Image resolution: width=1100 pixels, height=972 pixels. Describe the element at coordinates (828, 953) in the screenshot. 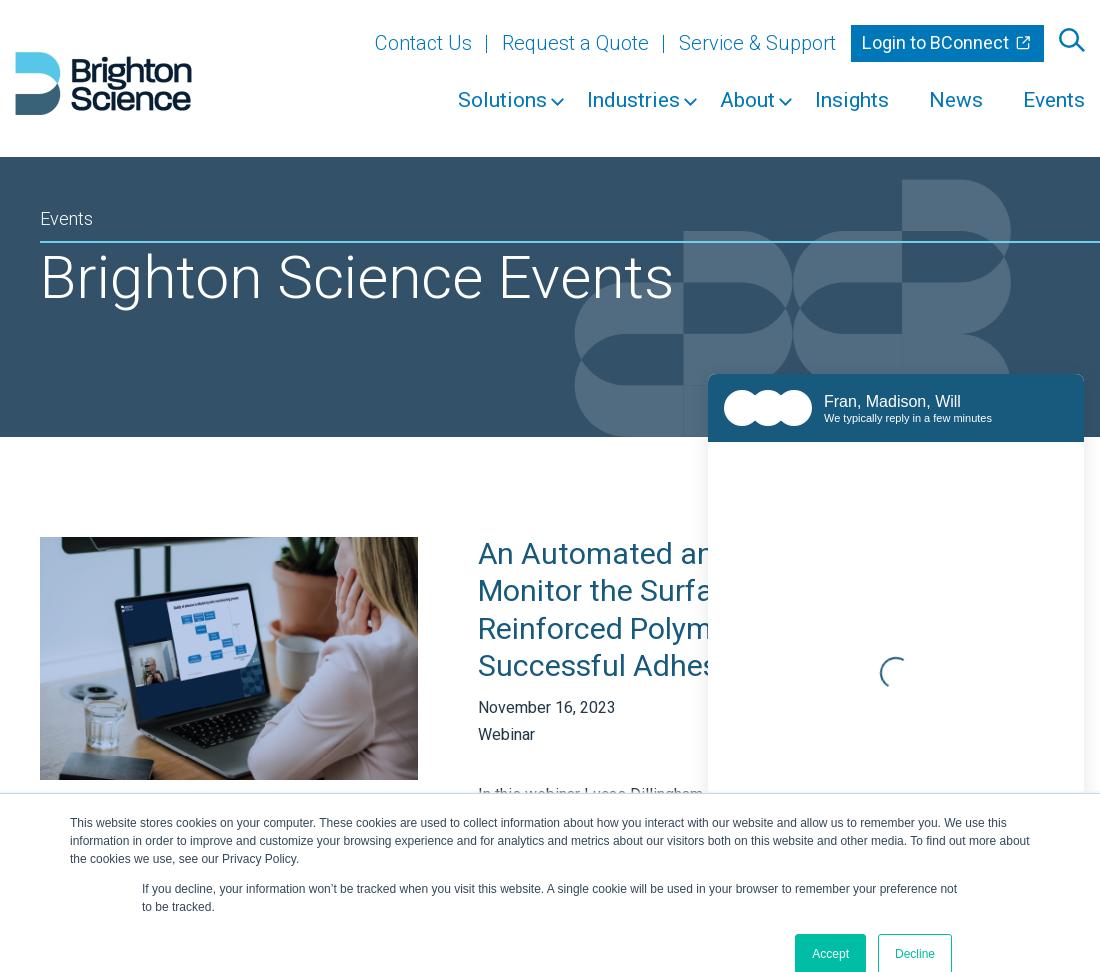

I see `'Accept'` at that location.